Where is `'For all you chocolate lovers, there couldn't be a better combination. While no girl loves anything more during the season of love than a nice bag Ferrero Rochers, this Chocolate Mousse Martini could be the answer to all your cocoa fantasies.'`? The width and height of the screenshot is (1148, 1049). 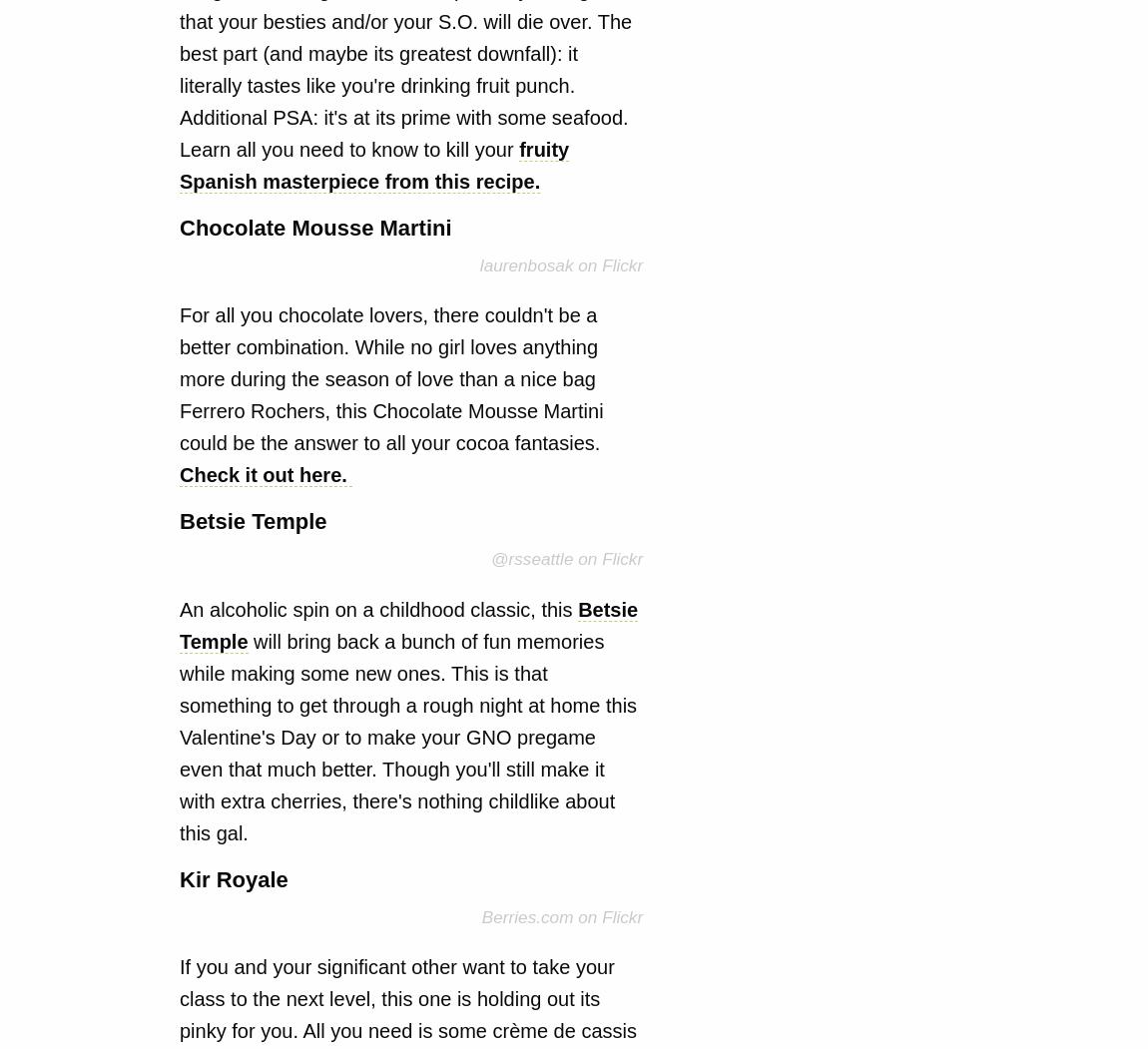
'For all you chocolate lovers, there couldn't be a better combination. While no girl loves anything more during the season of love than a nice bag Ferrero Rochers, this Chocolate Mousse Martini could be the answer to all your cocoa fantasies.' is located at coordinates (391, 378).